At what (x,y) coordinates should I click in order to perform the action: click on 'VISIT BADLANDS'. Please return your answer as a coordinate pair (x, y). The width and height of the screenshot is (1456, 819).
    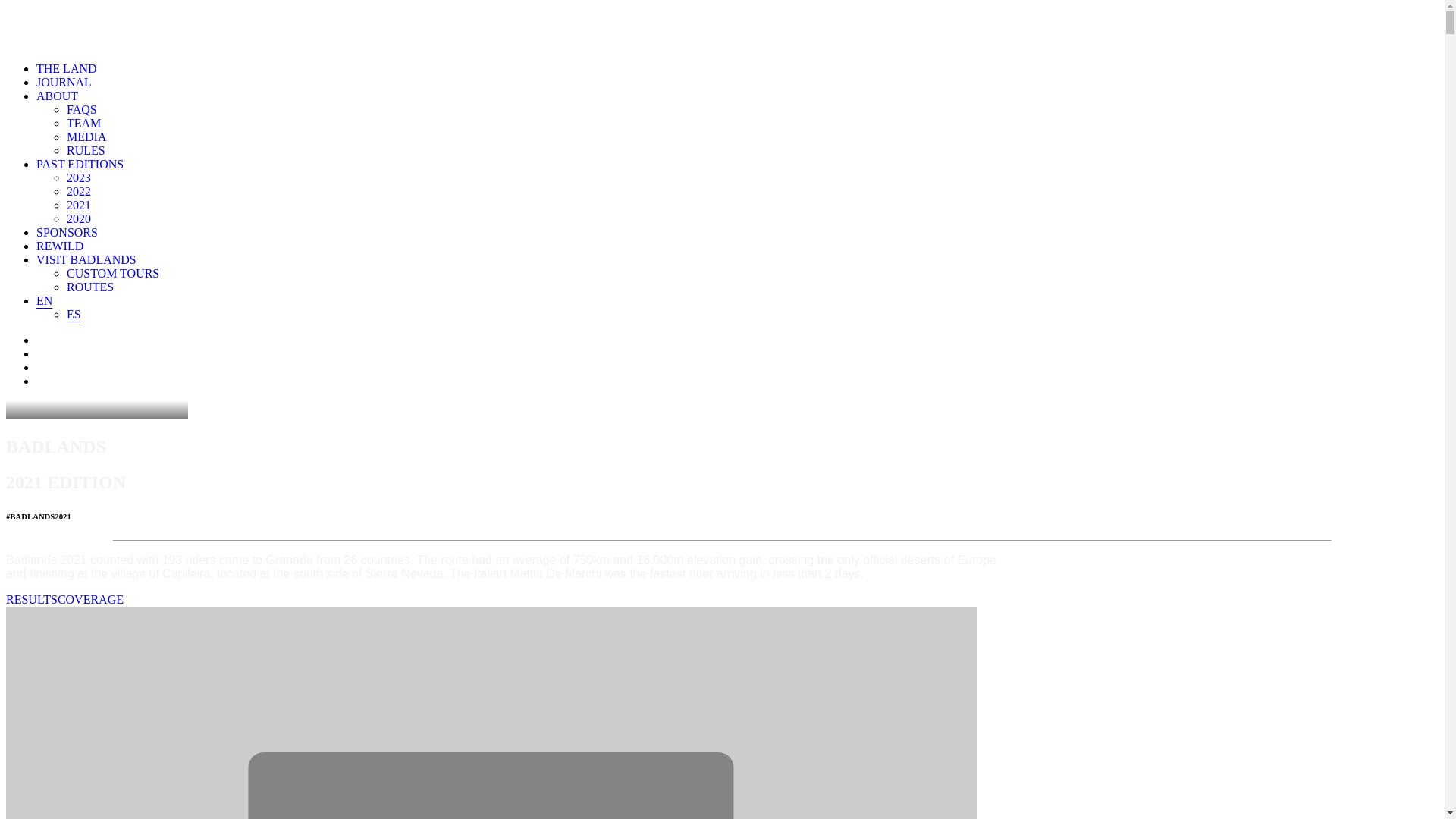
    Looking at the image, I should click on (36, 259).